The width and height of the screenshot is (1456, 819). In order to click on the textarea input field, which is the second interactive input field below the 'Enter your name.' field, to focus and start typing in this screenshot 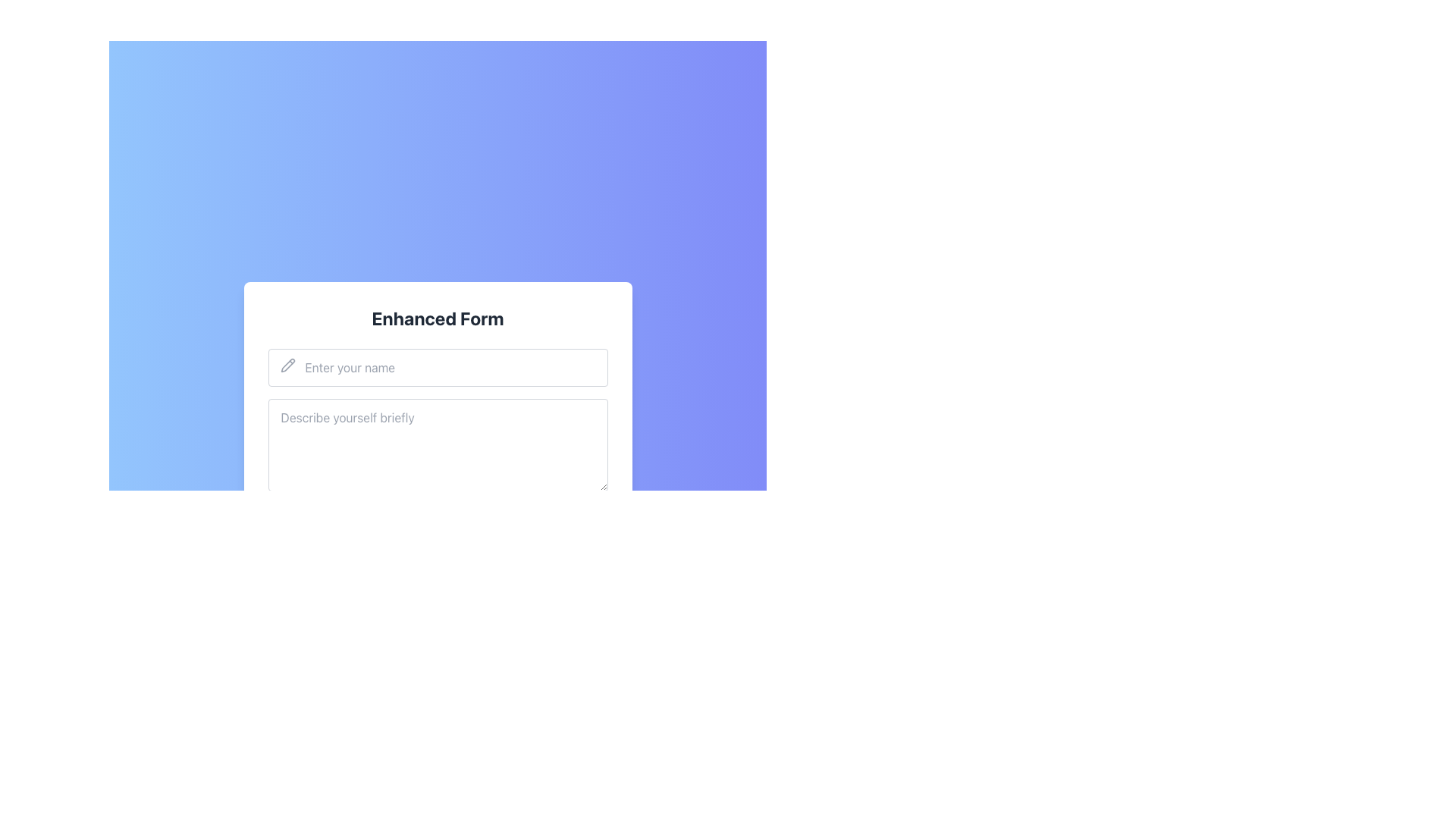, I will do `click(437, 447)`.